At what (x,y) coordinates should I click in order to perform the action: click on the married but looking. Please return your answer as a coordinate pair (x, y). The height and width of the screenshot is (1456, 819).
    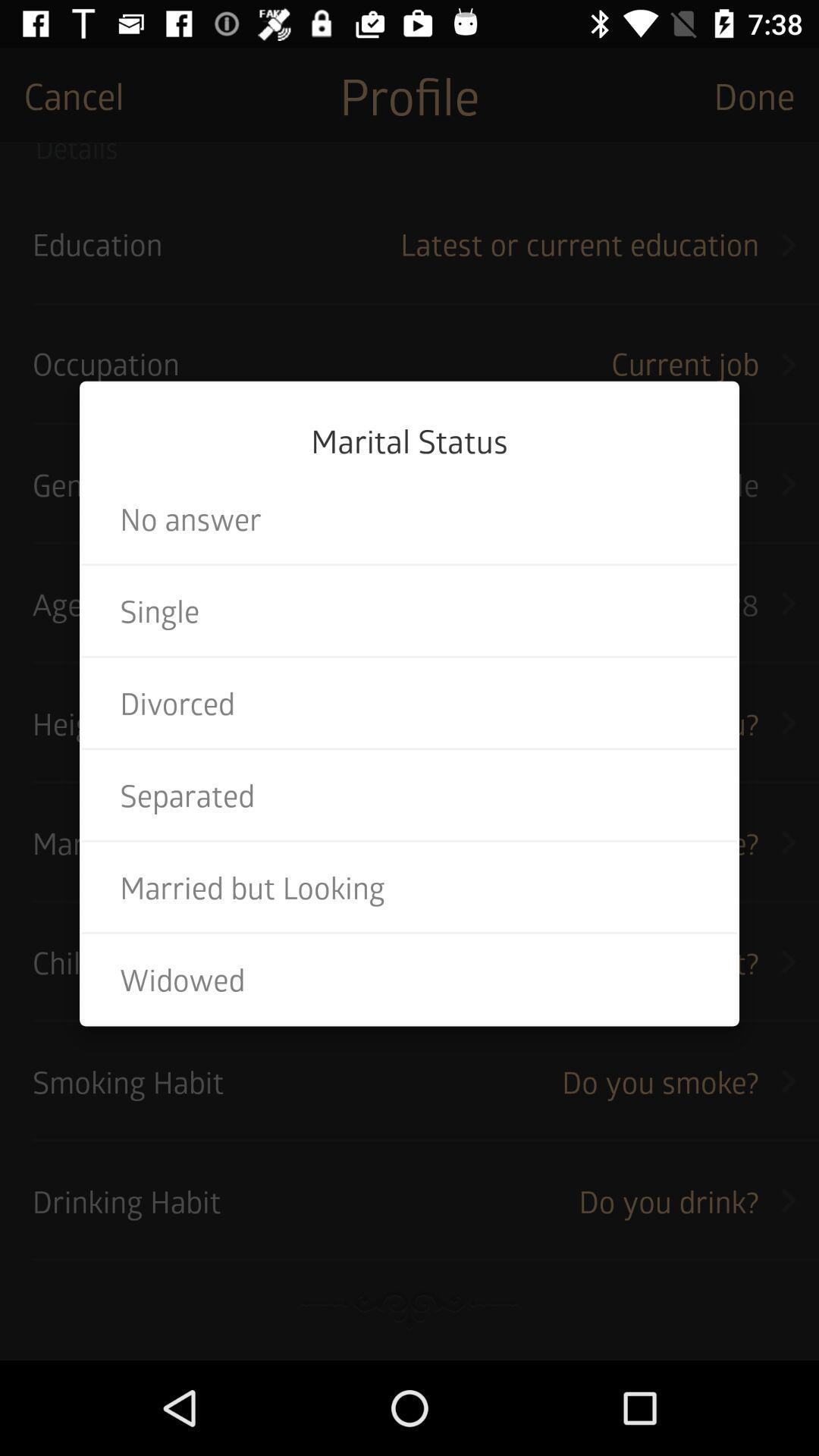
    Looking at the image, I should click on (409, 887).